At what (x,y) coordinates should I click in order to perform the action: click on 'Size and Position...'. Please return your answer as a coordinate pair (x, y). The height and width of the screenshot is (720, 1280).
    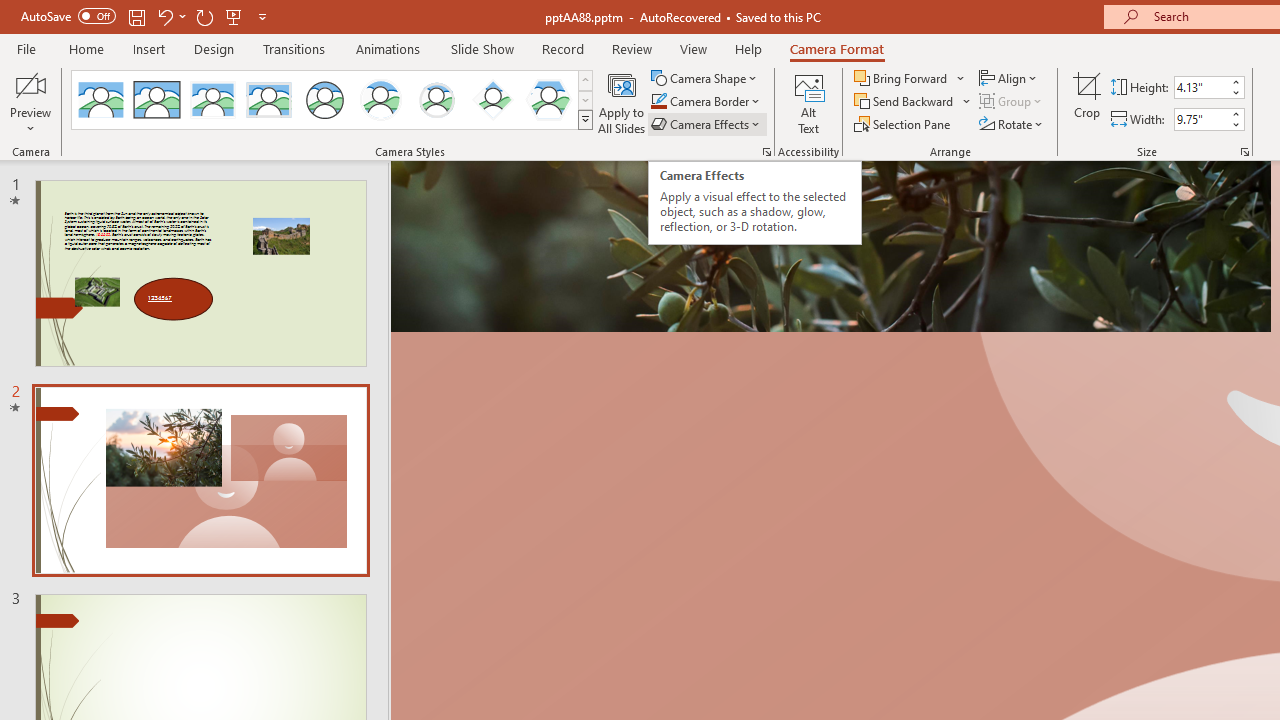
    Looking at the image, I should click on (1243, 150).